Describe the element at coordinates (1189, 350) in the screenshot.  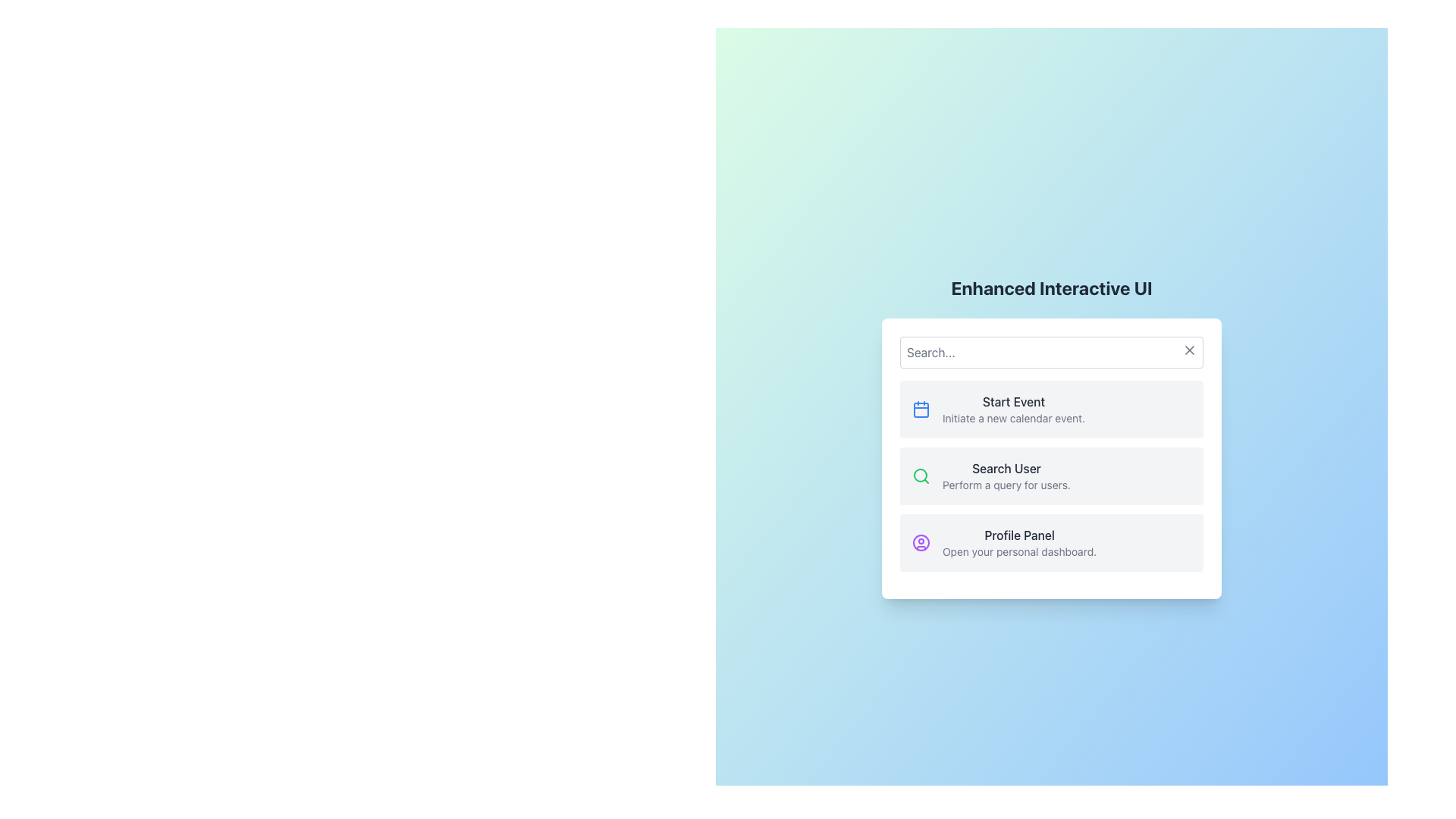
I see `the vector graphic line that is part of the close icon in the search bar` at that location.